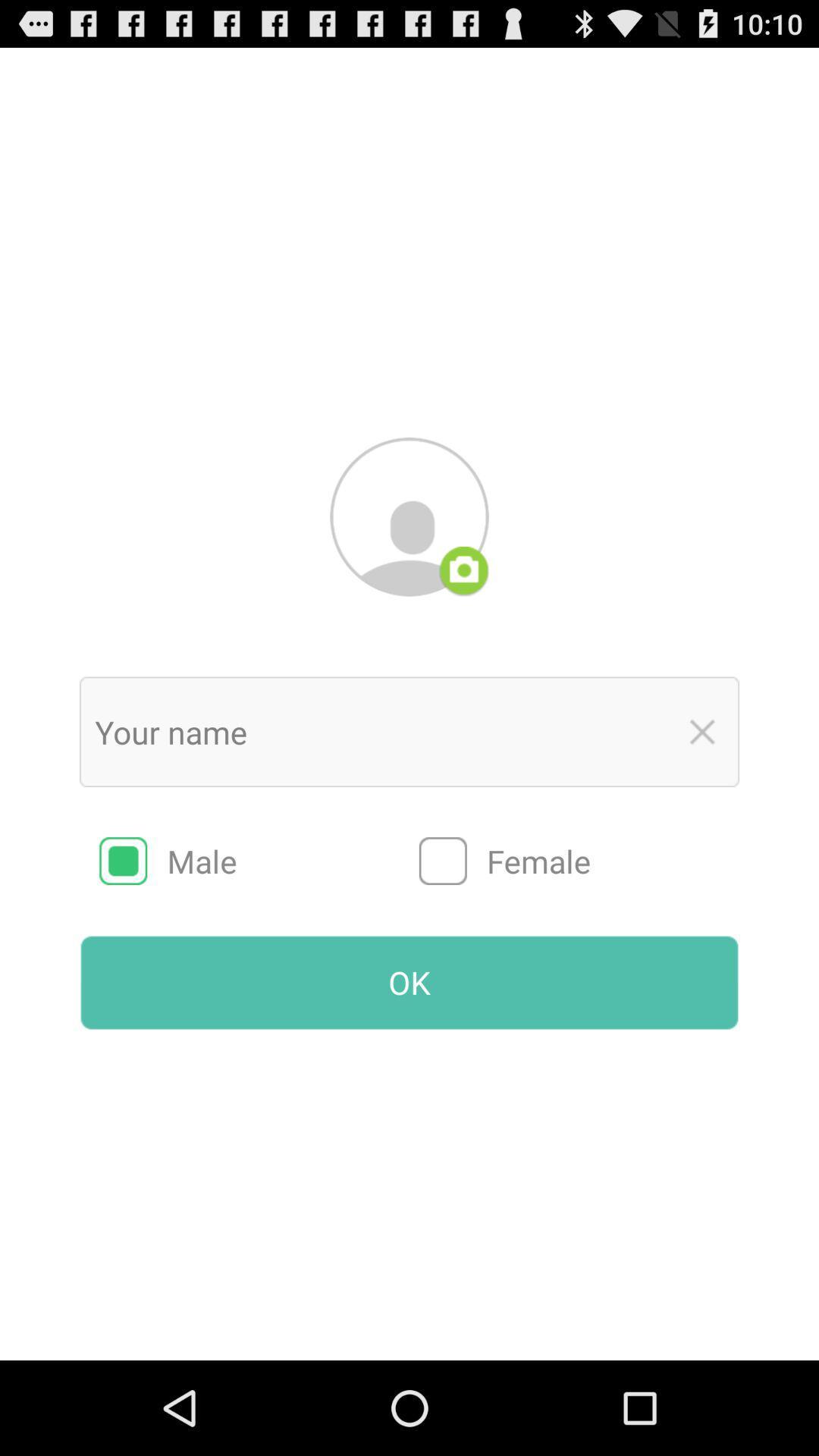 This screenshot has width=819, height=1456. What do you see at coordinates (409, 983) in the screenshot?
I see `ok icon` at bounding box center [409, 983].